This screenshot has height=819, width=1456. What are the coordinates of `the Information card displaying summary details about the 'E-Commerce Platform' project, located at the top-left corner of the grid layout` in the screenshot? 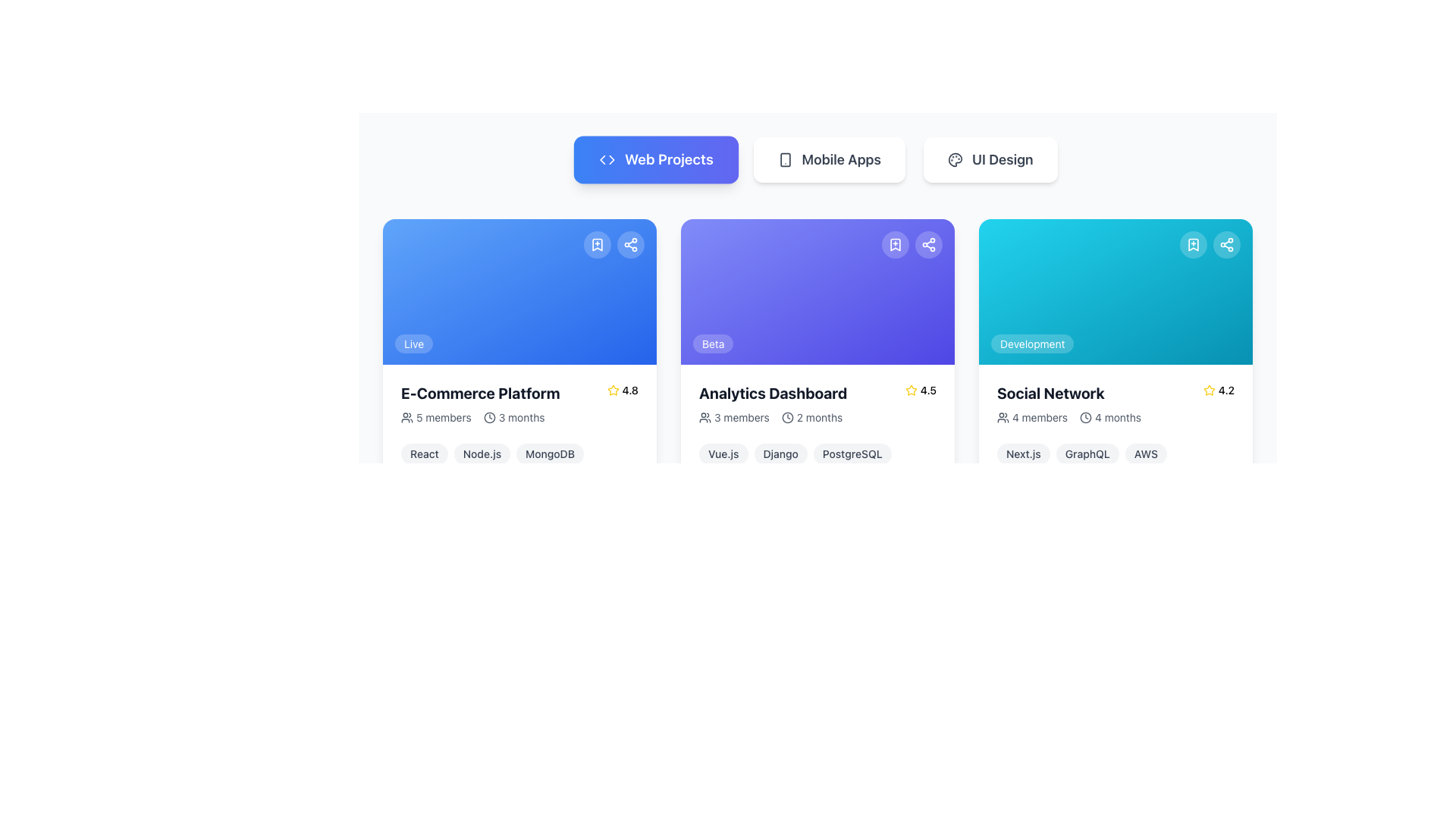 It's located at (519, 377).